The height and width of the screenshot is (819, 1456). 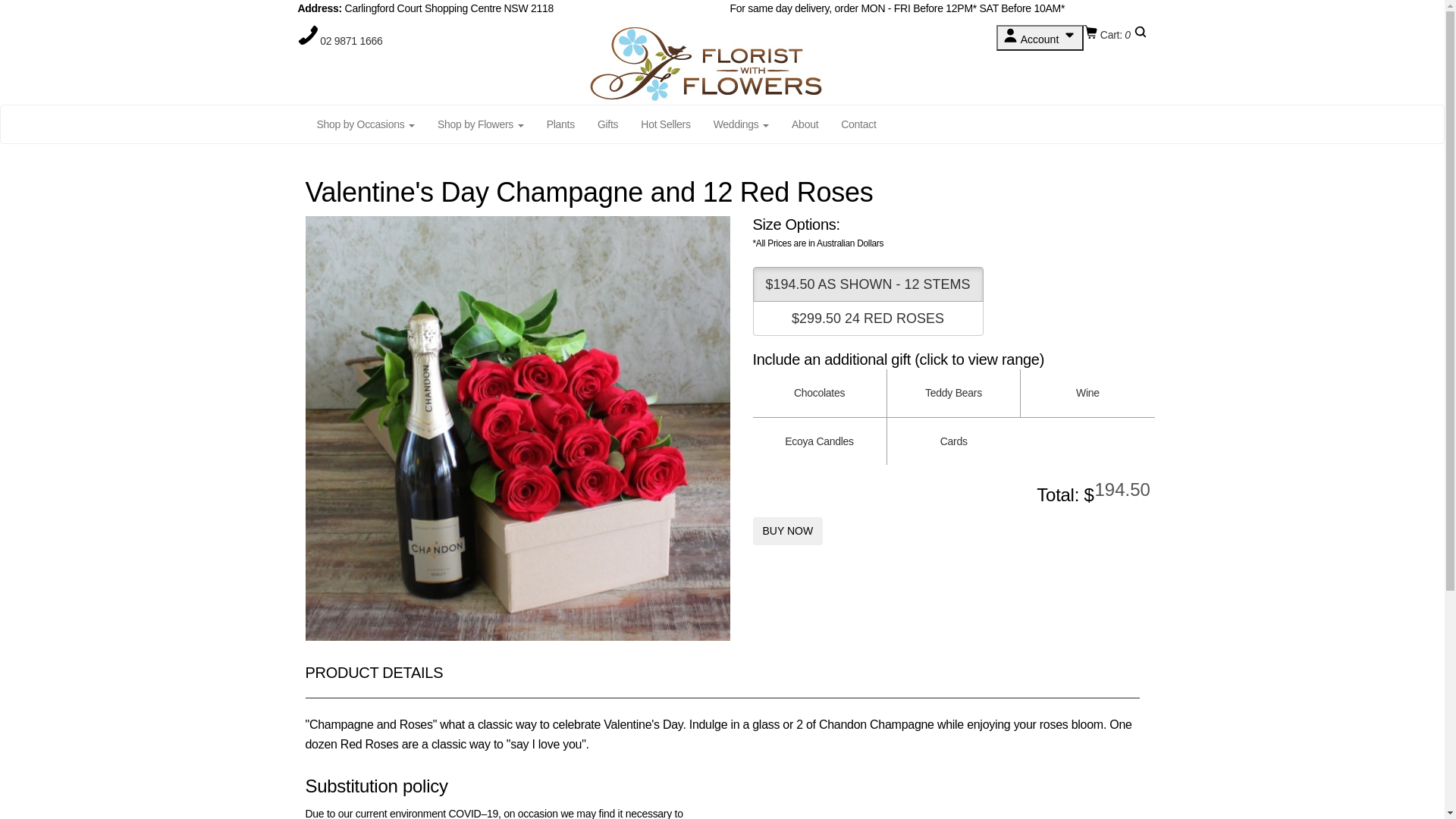 What do you see at coordinates (479, 124) in the screenshot?
I see `'Shop by Flowers'` at bounding box center [479, 124].